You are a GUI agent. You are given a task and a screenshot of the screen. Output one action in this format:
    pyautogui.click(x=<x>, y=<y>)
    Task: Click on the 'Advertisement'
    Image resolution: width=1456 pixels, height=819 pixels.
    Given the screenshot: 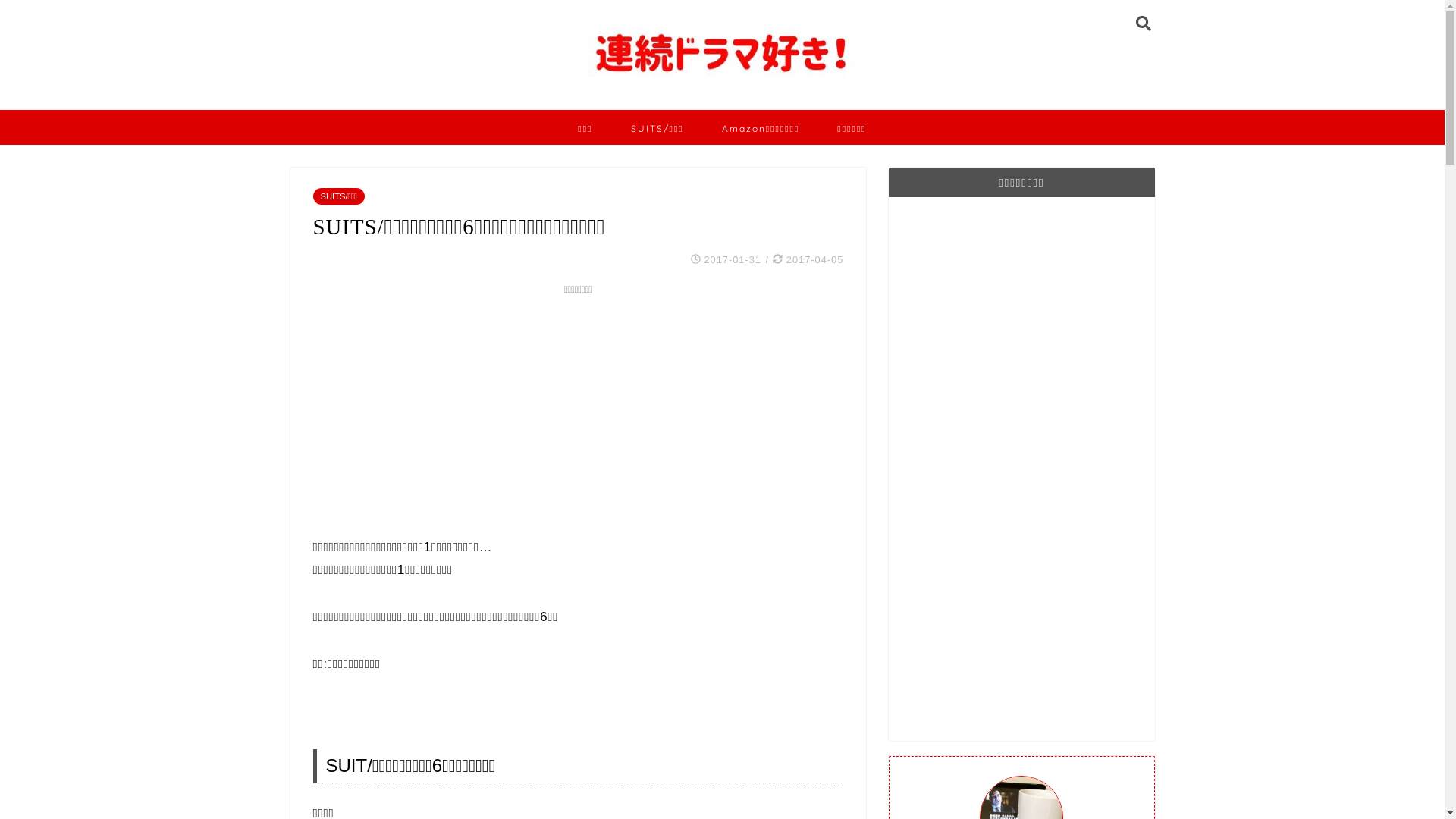 What is the action you would take?
    pyautogui.click(x=577, y=406)
    